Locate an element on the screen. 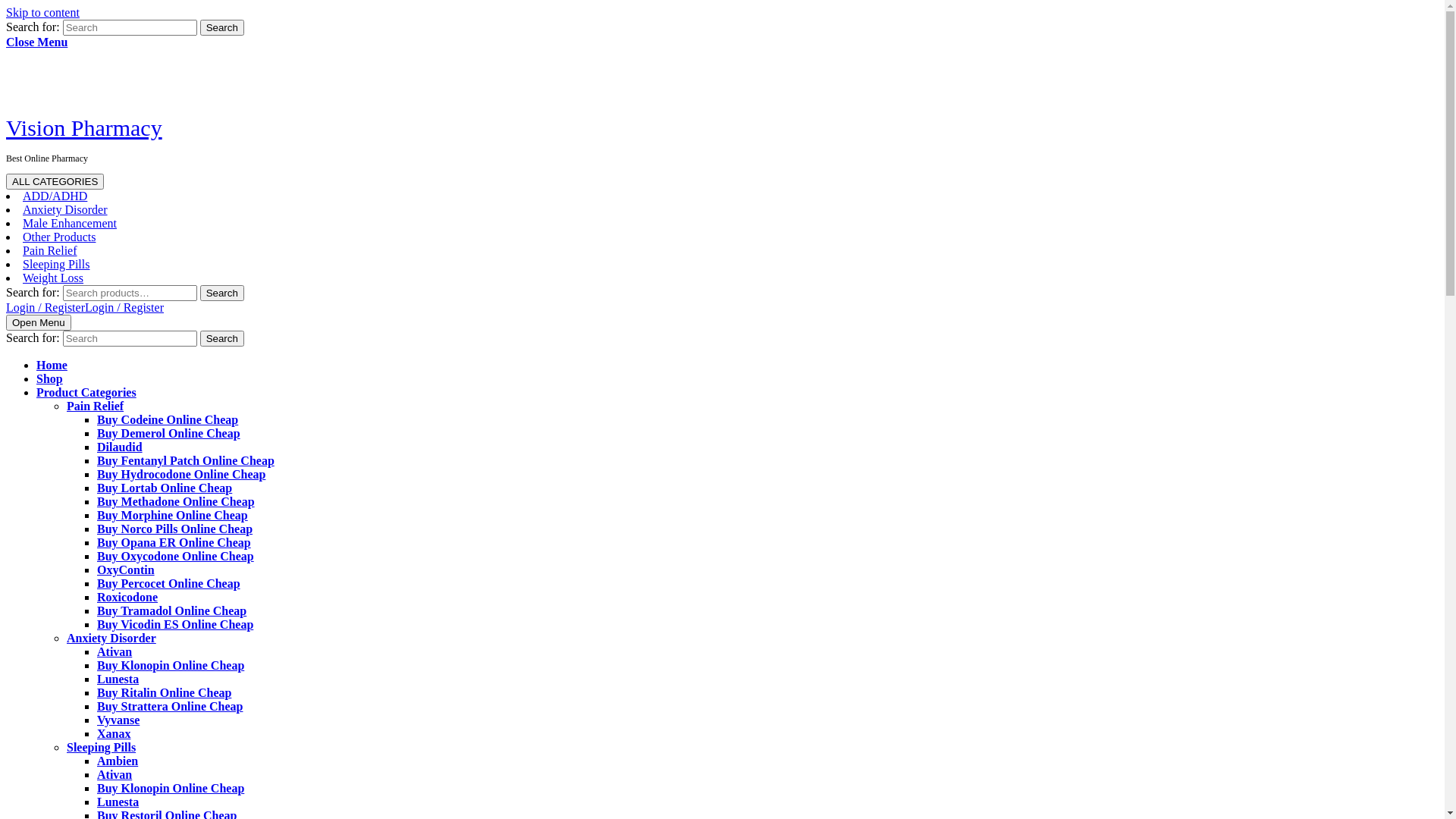 The height and width of the screenshot is (819, 1456). 'Buy Morphine Online Cheap' is located at coordinates (172, 514).